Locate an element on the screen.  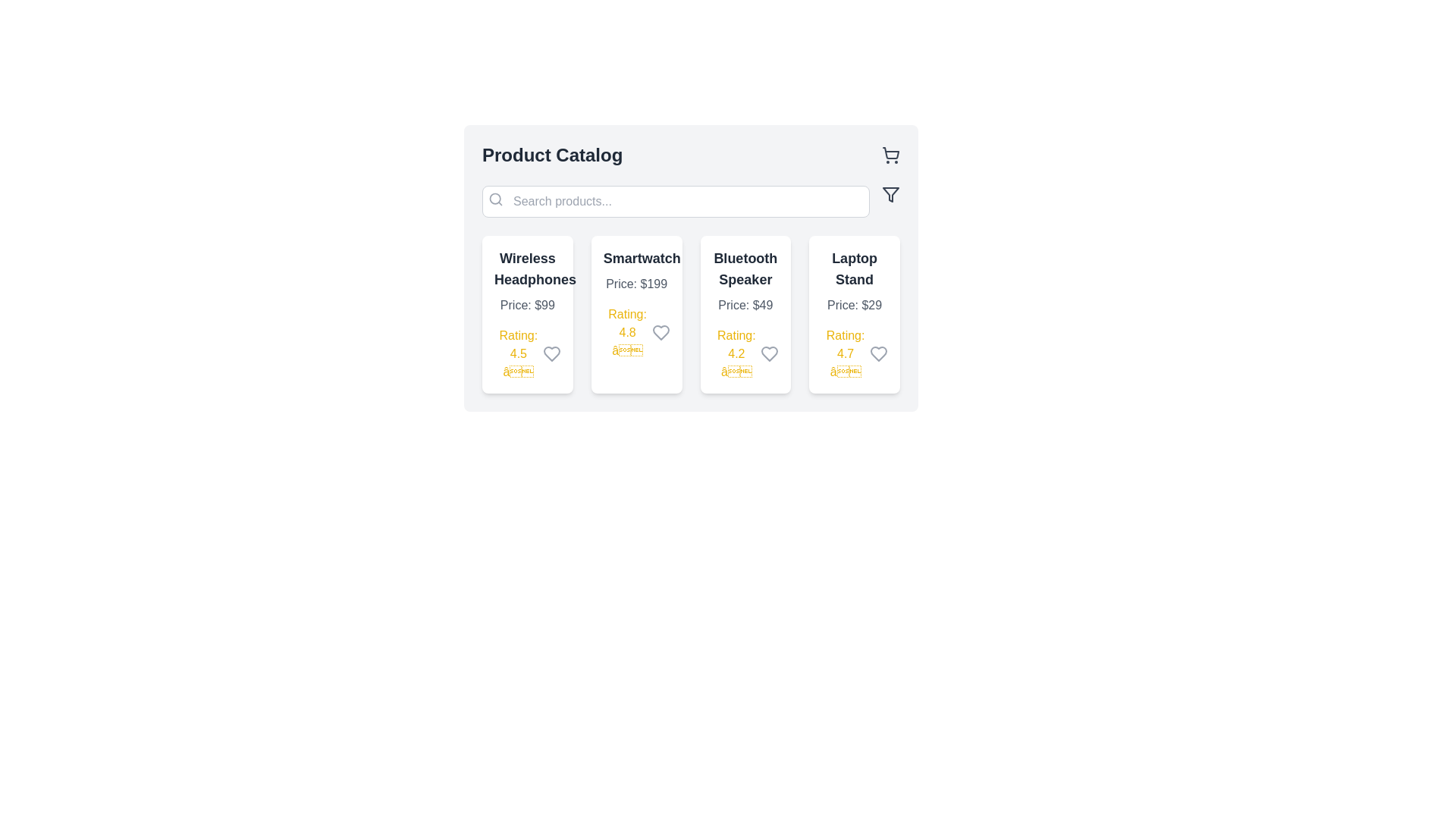
the Text Display that shows the product rating for the 'Bluetooth Speaker', located beneath the price label and above the heart-shaped icon is located at coordinates (736, 353).